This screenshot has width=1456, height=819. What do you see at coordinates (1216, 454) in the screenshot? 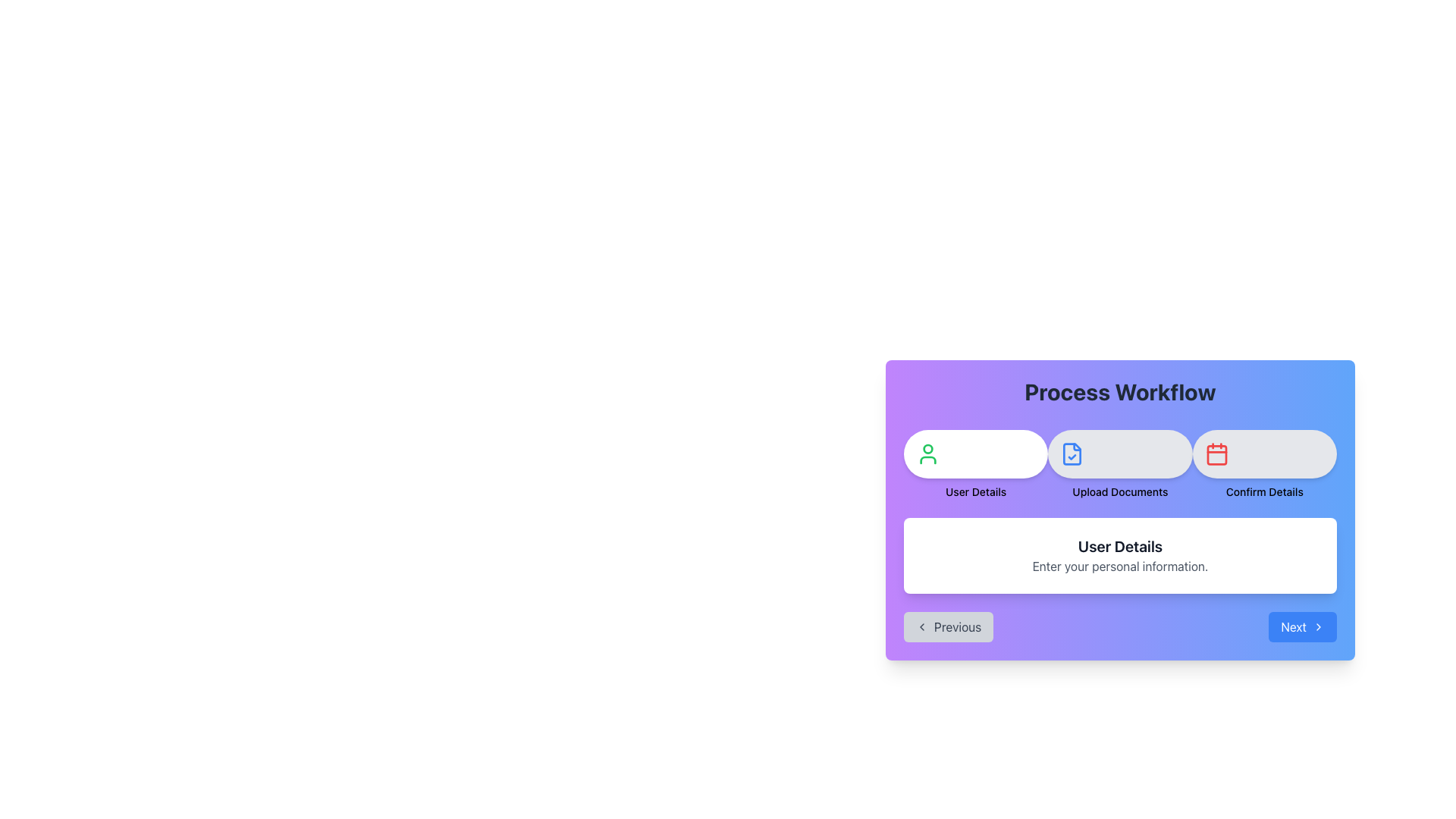
I see `the light red rectangular icon within the calendar icon, which is the third icon in the horizontal row of workflow steps` at bounding box center [1216, 454].